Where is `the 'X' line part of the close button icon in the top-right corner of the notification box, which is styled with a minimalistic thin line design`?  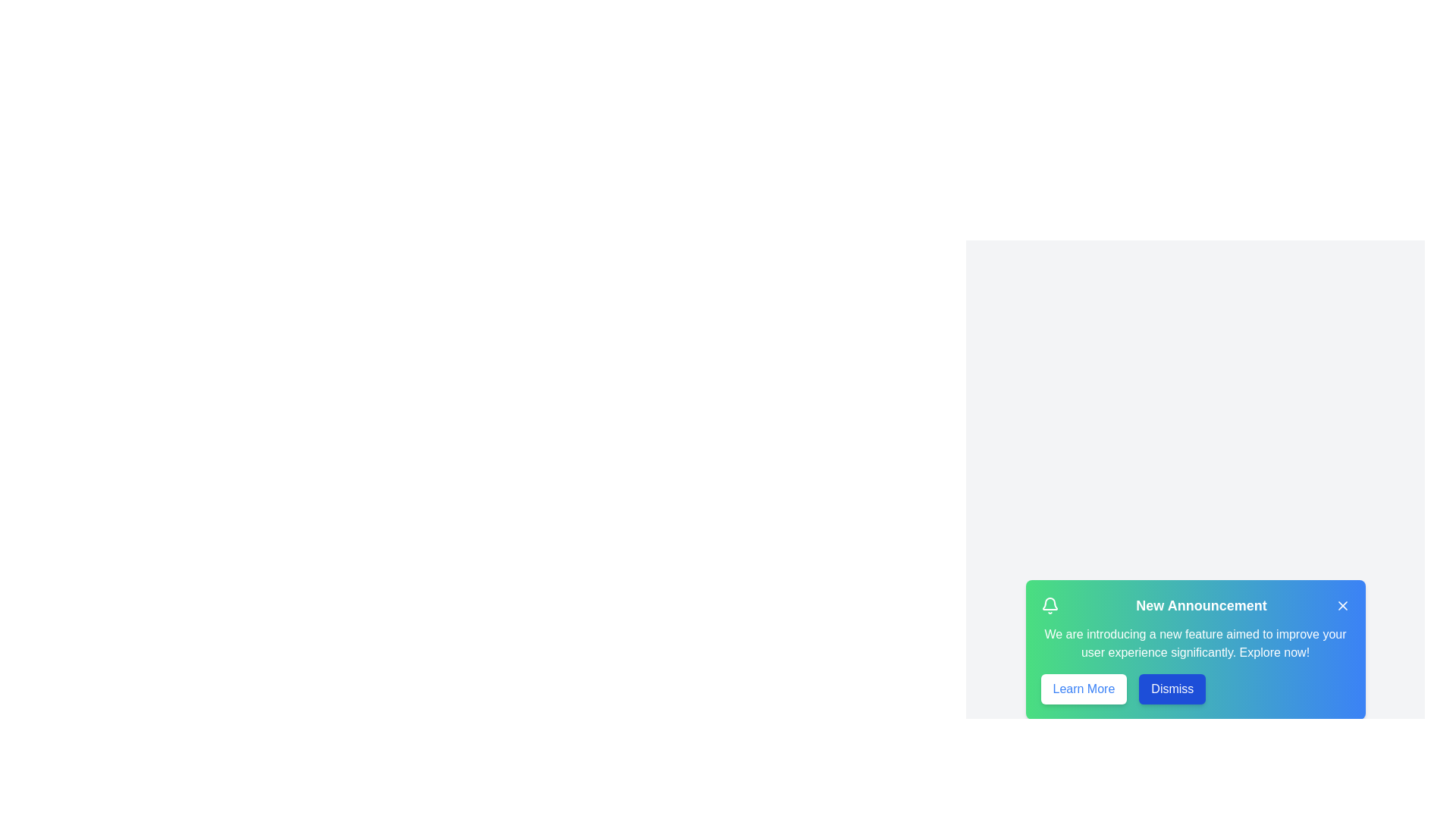 the 'X' line part of the close button icon in the top-right corner of the notification box, which is styled with a minimalistic thin line design is located at coordinates (1342, 604).